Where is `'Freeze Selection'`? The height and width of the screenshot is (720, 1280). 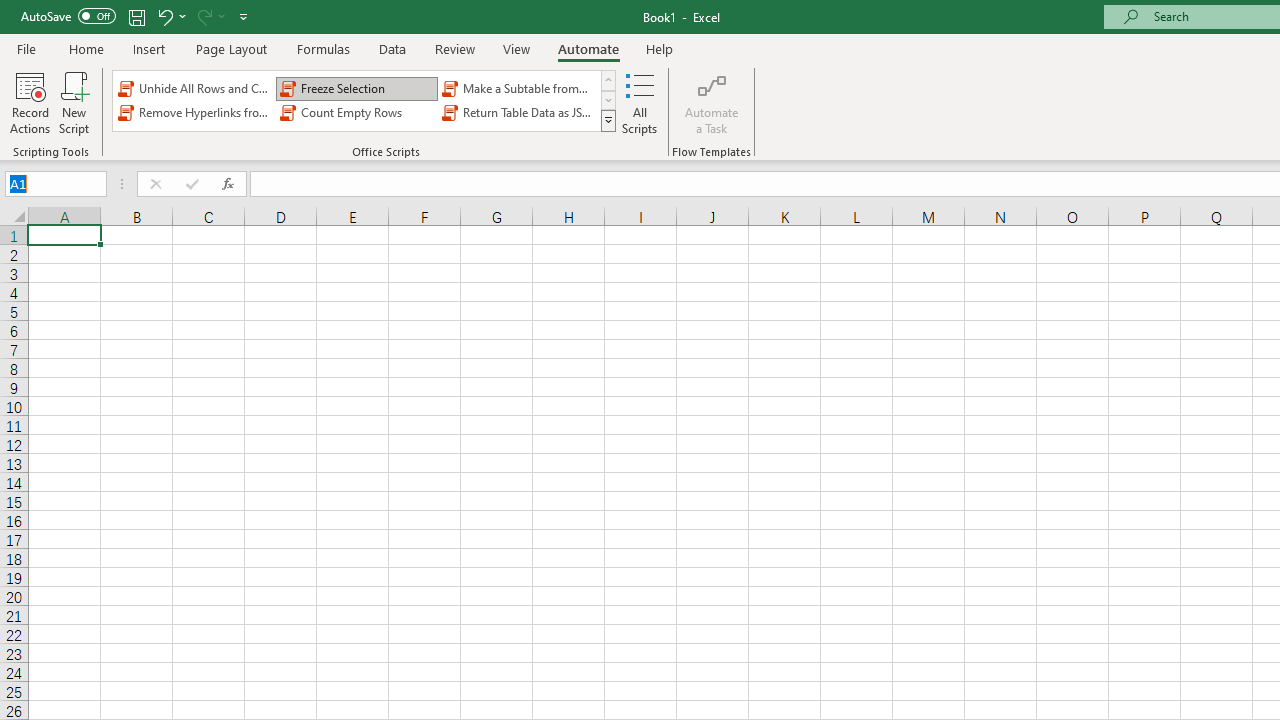 'Freeze Selection' is located at coordinates (357, 87).